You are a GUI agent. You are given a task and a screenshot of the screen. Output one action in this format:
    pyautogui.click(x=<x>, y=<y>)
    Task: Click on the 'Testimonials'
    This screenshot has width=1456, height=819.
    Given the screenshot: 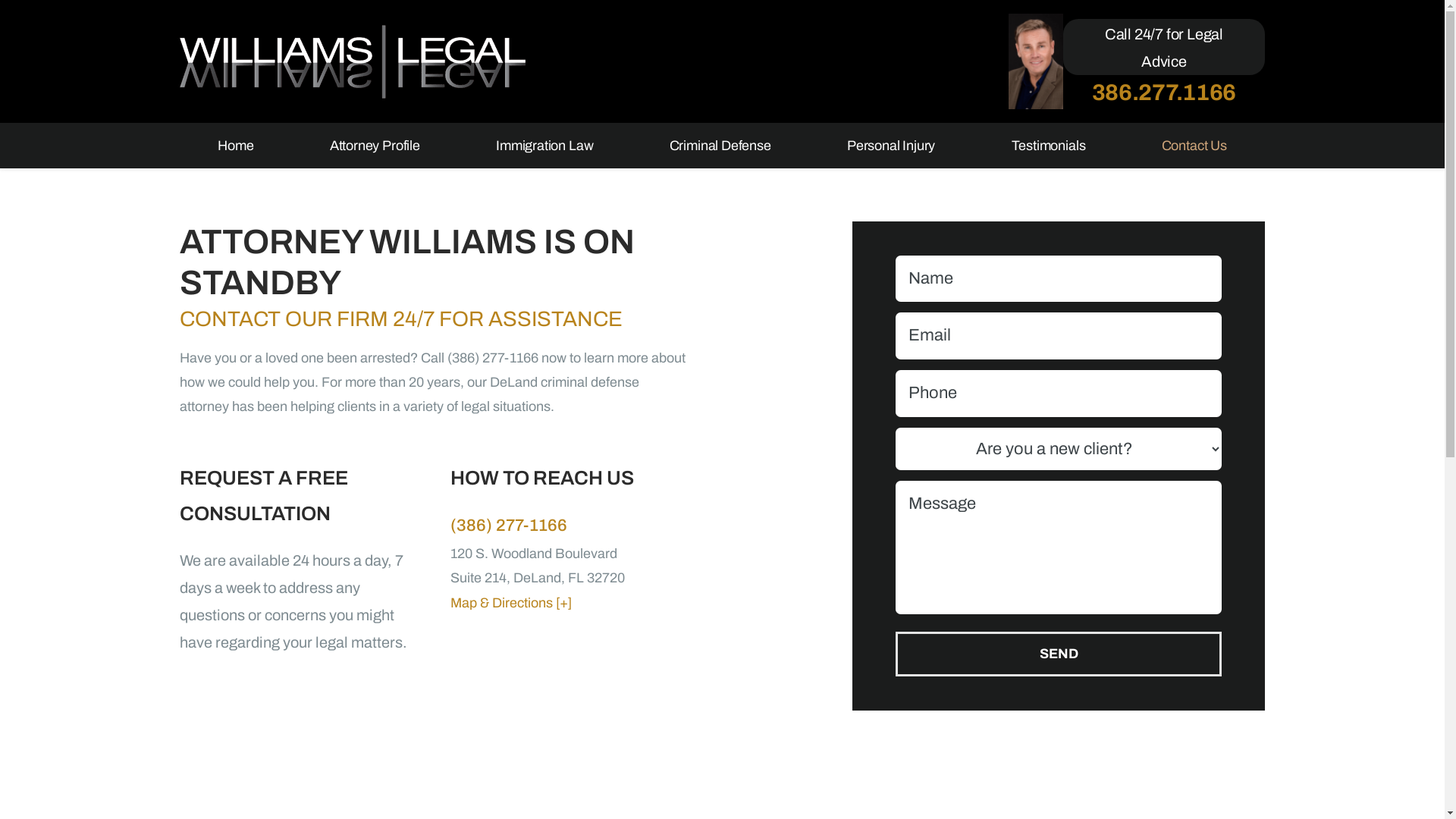 What is the action you would take?
    pyautogui.click(x=1047, y=146)
    